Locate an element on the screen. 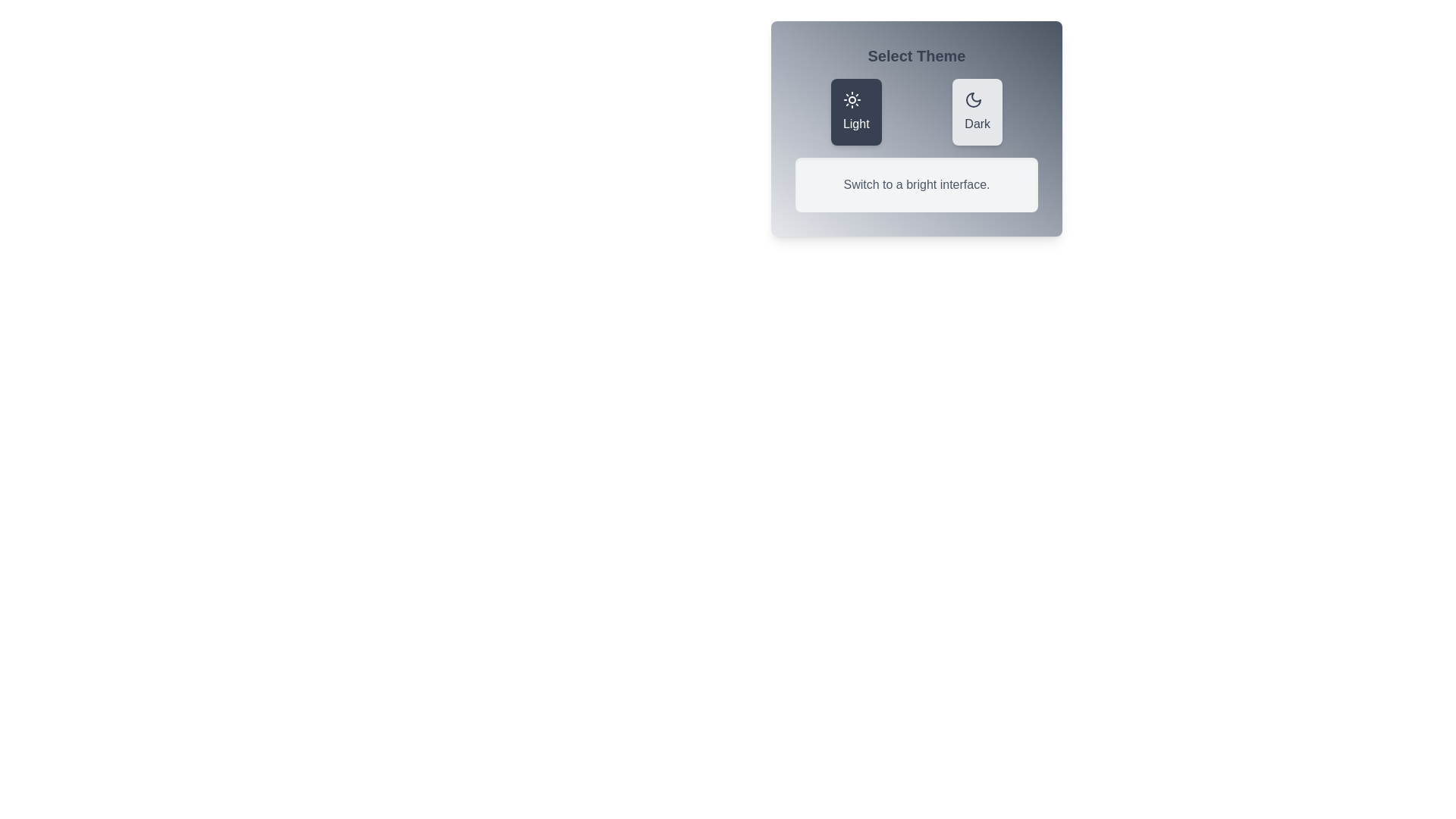 This screenshot has width=1456, height=819. the 'Light' button to toggle the theme is located at coordinates (855, 111).